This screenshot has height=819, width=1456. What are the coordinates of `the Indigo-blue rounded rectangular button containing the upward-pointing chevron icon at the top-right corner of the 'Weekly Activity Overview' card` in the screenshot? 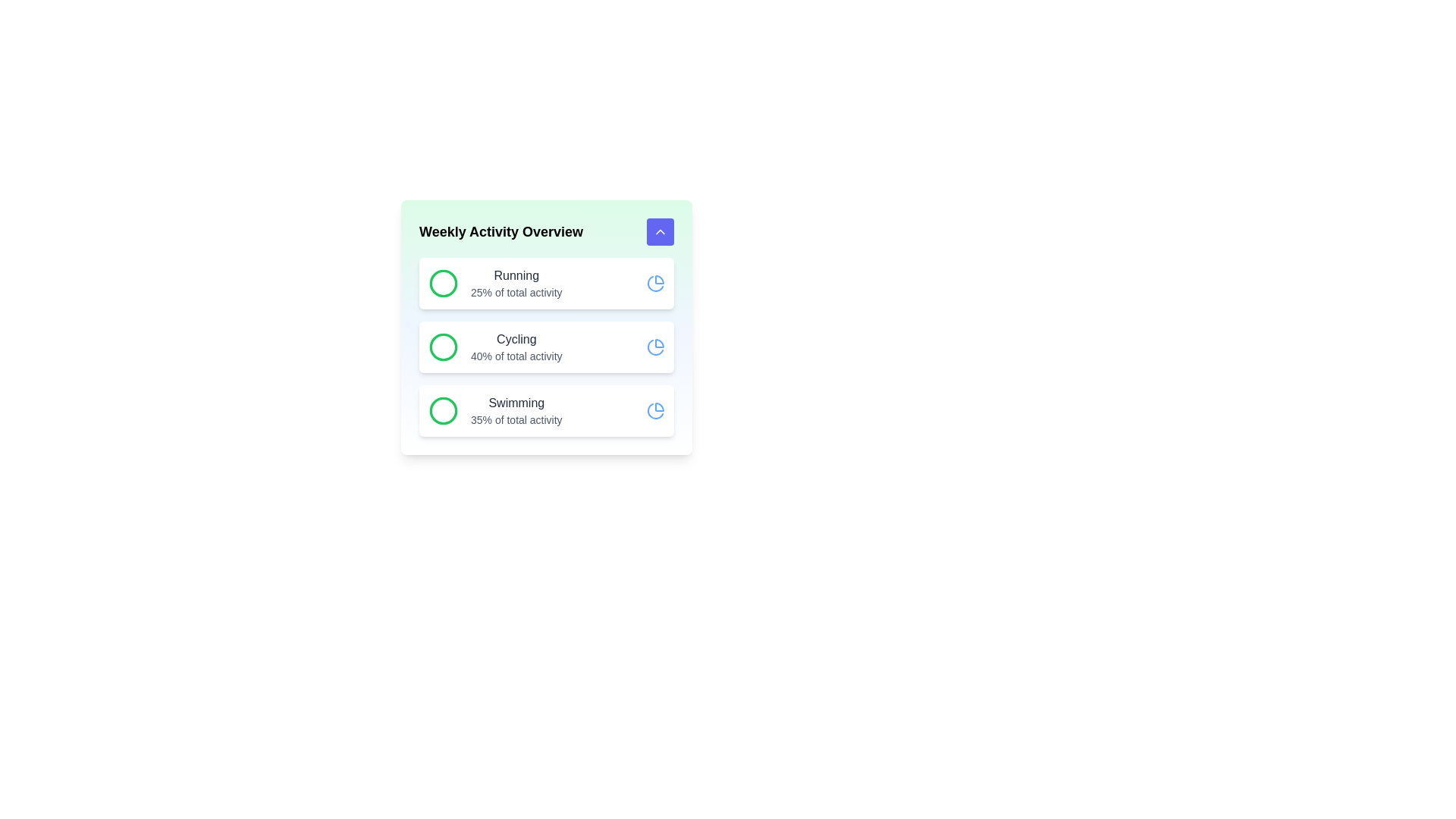 It's located at (660, 231).